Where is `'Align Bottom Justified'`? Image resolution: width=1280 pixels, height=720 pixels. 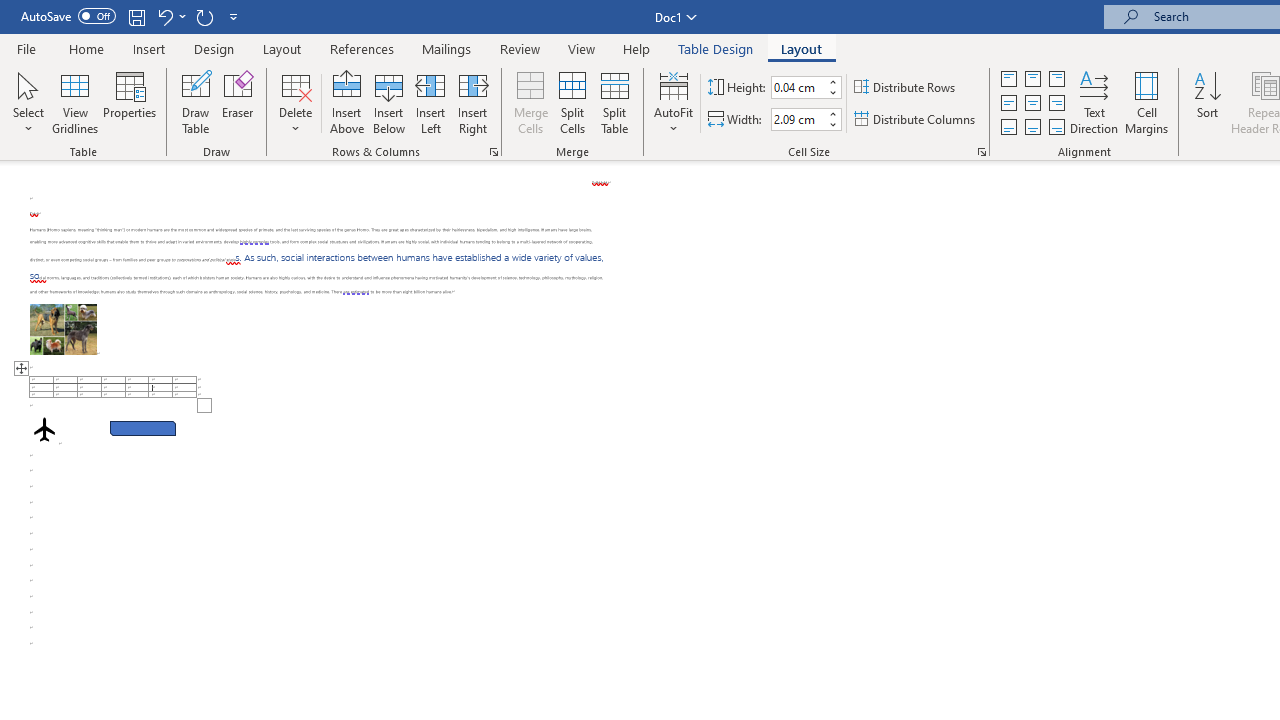 'Align Bottom Justified' is located at coordinates (1009, 127).